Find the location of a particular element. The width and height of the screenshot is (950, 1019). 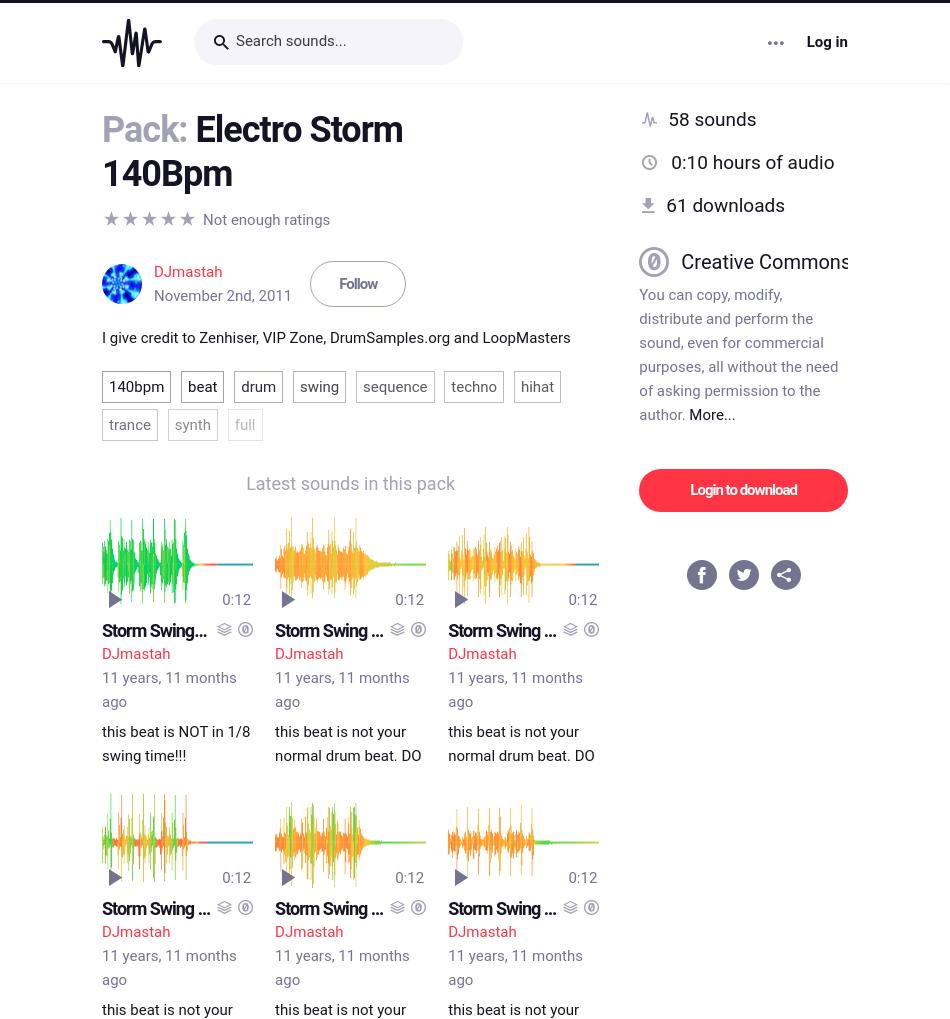

'Electro Storm 140Bpm' is located at coordinates (251, 148).